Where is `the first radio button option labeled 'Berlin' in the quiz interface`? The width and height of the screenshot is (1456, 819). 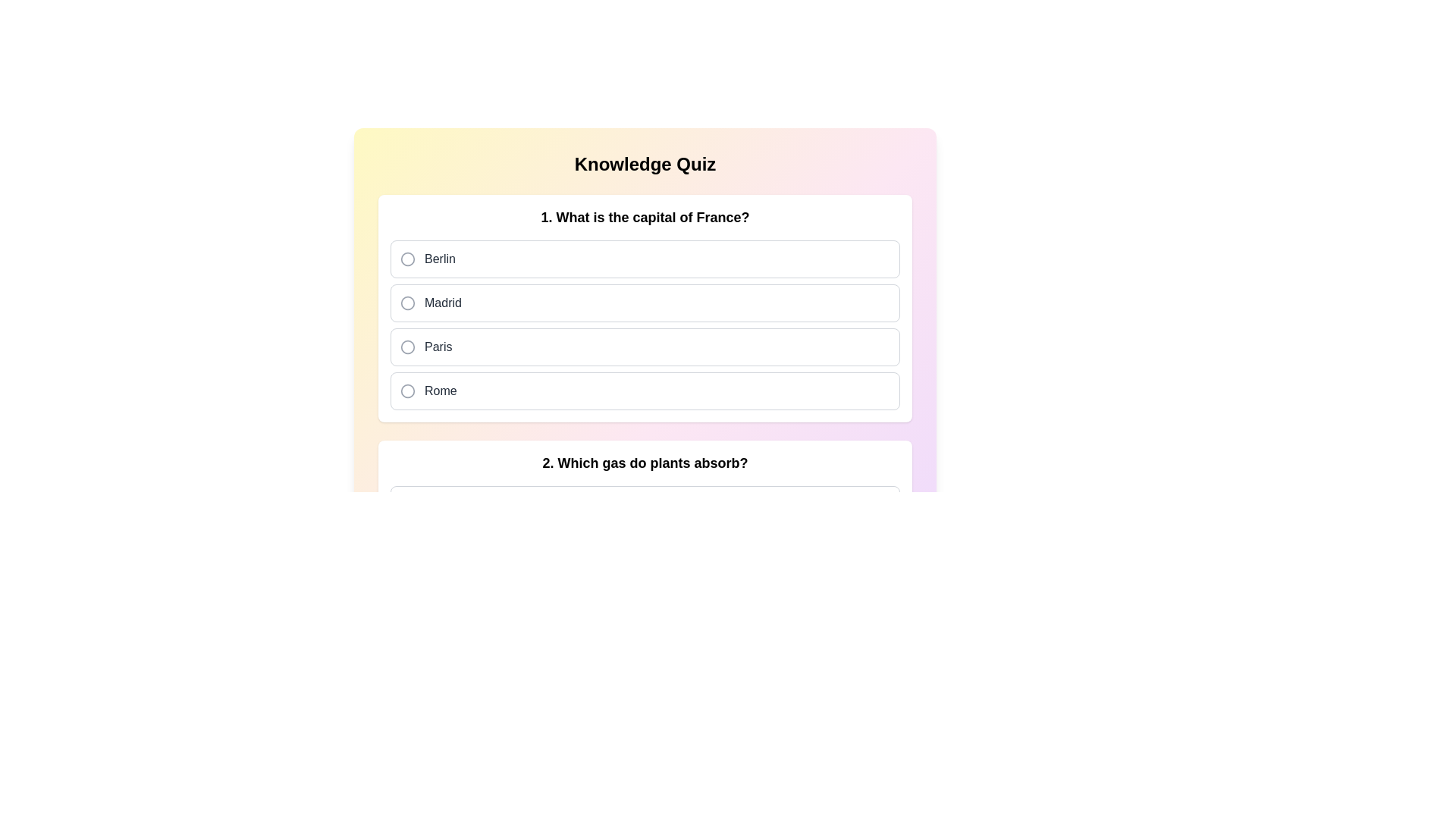
the first radio button option labeled 'Berlin' in the quiz interface is located at coordinates (645, 259).